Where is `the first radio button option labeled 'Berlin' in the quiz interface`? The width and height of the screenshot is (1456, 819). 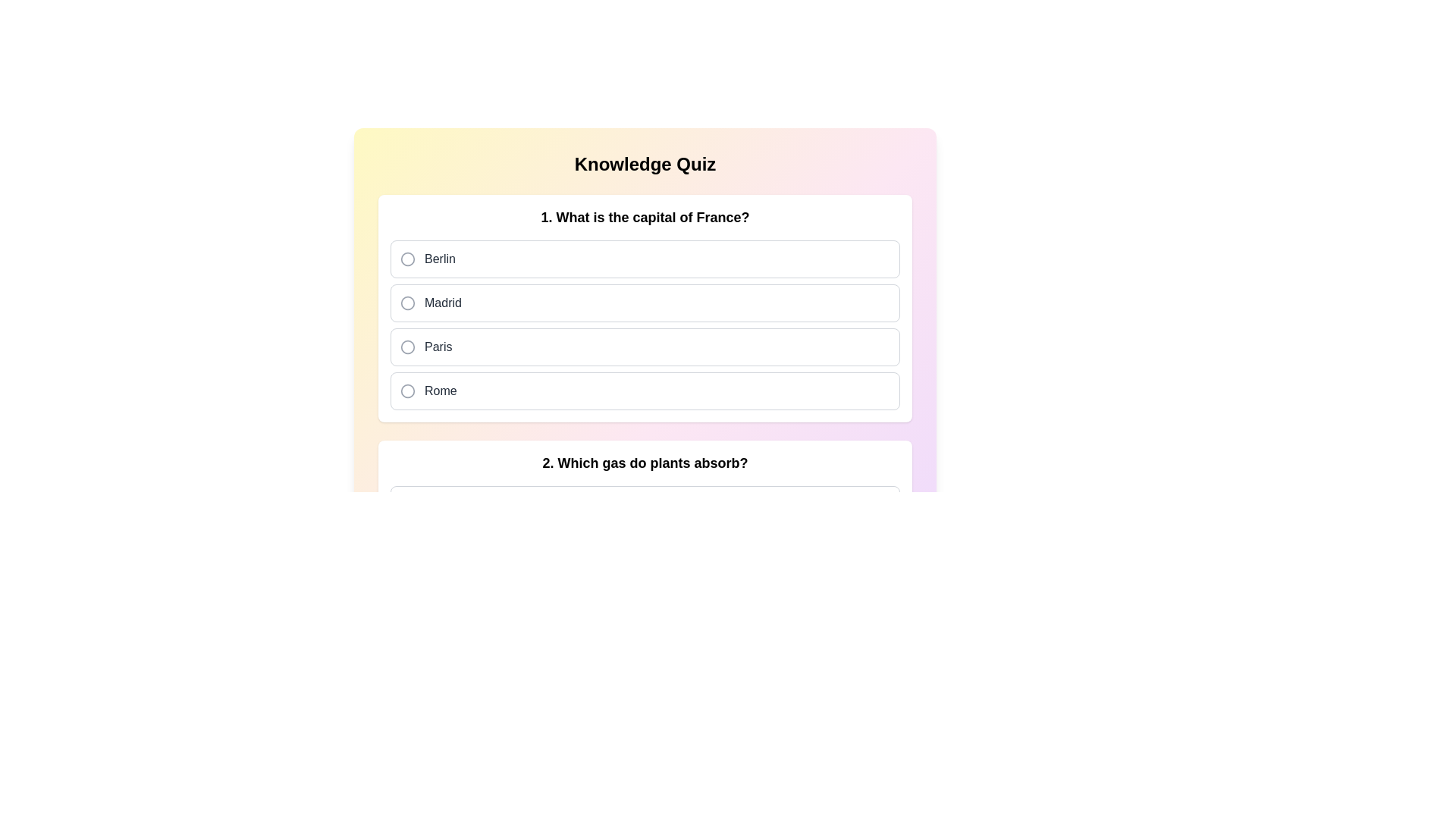
the first radio button option labeled 'Berlin' in the quiz interface is located at coordinates (645, 259).